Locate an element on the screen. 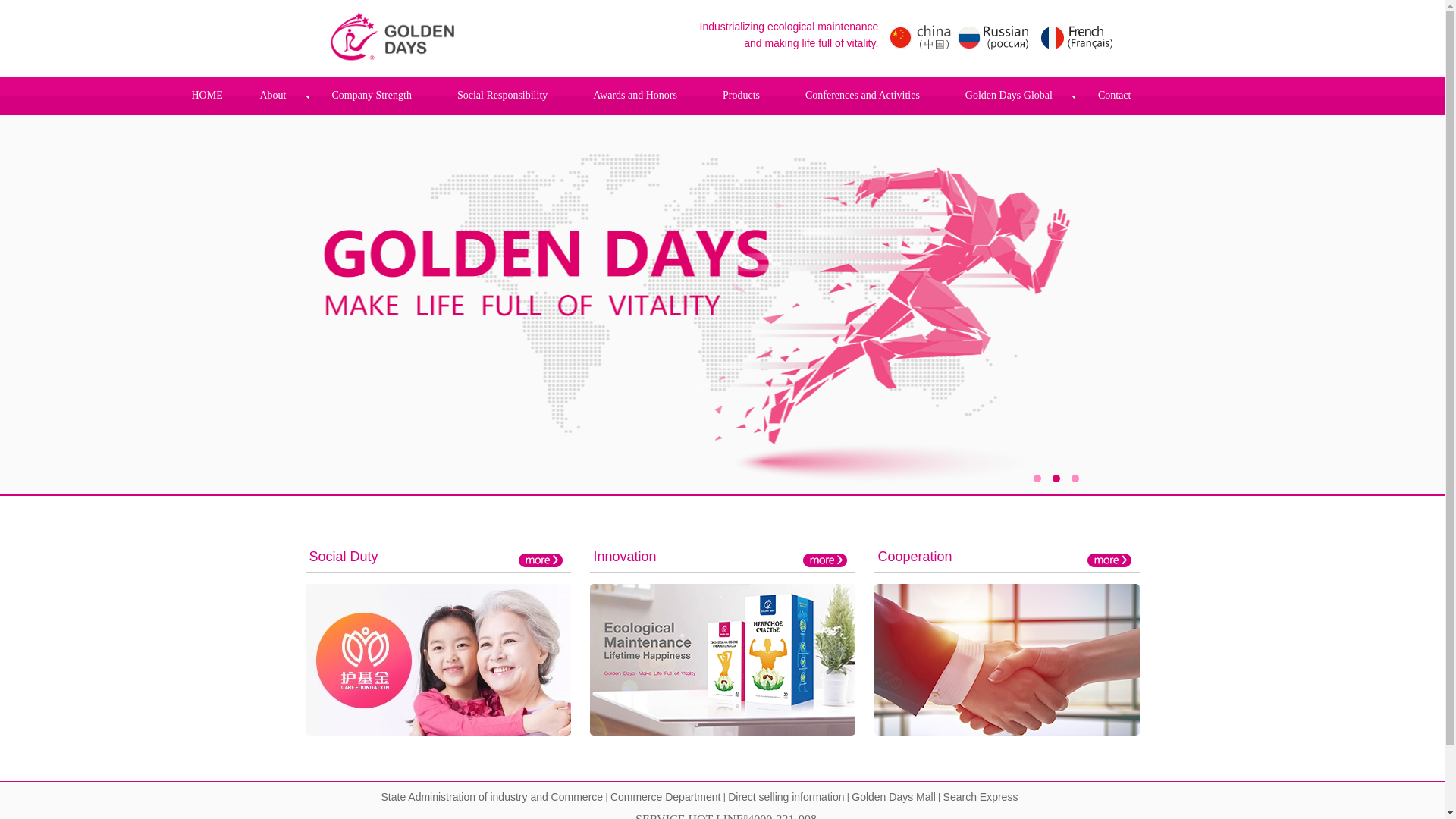 The height and width of the screenshot is (819, 1456). 'Golden Days Mall' is located at coordinates (893, 797).